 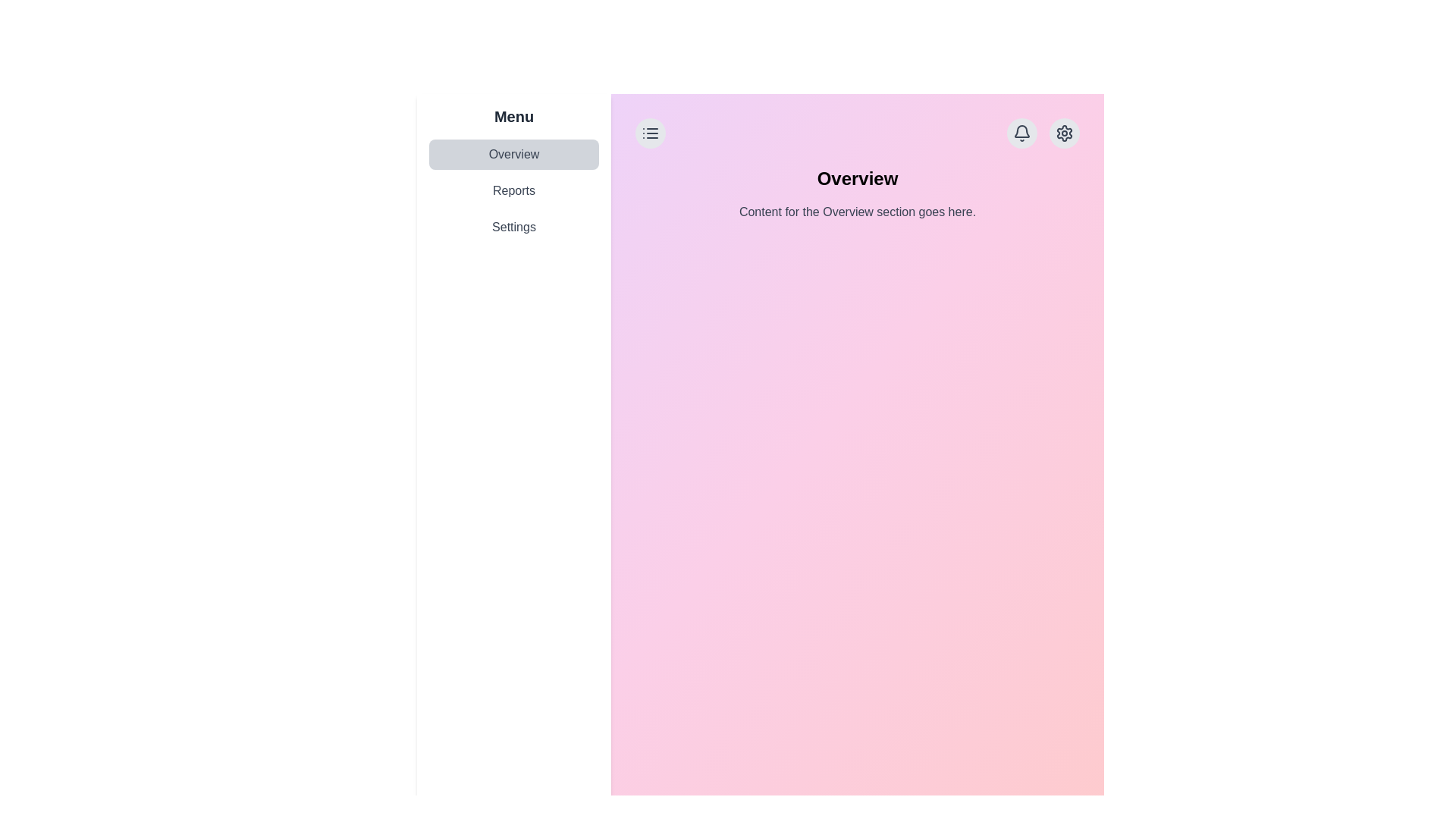 I want to click on the circular settings button with a gear-shaped icon located in the top-right corner of the main content area to change its appearance, so click(x=1063, y=133).